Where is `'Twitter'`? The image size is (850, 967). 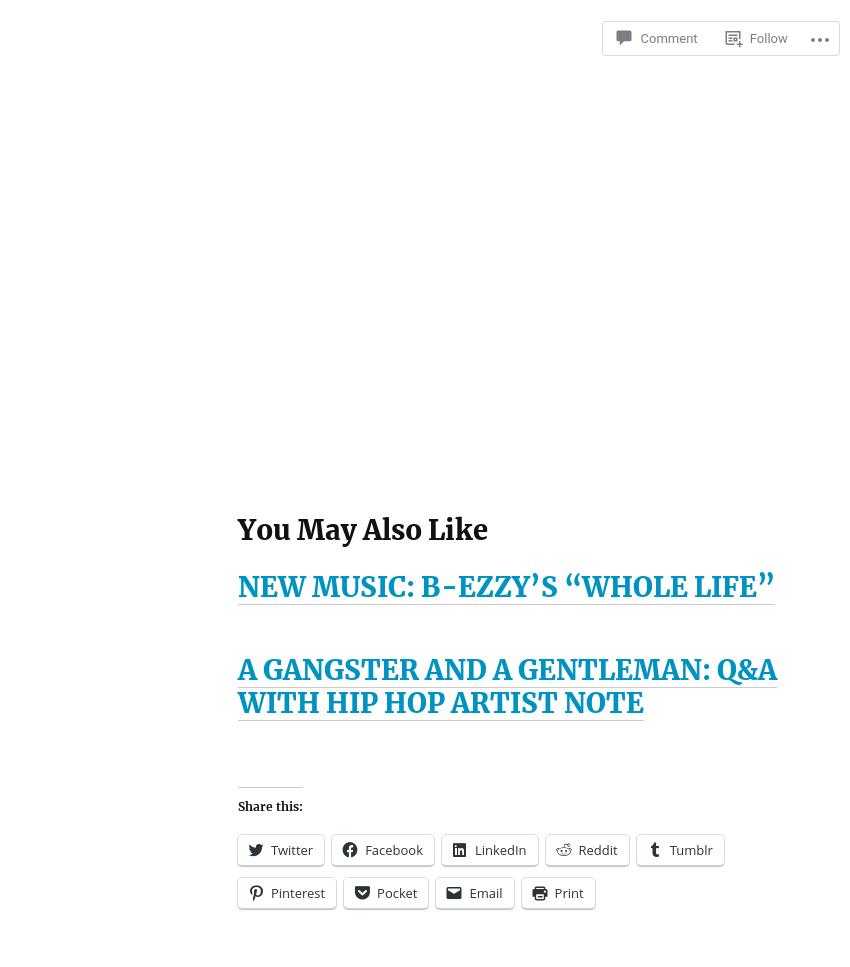
'Twitter' is located at coordinates (290, 849).